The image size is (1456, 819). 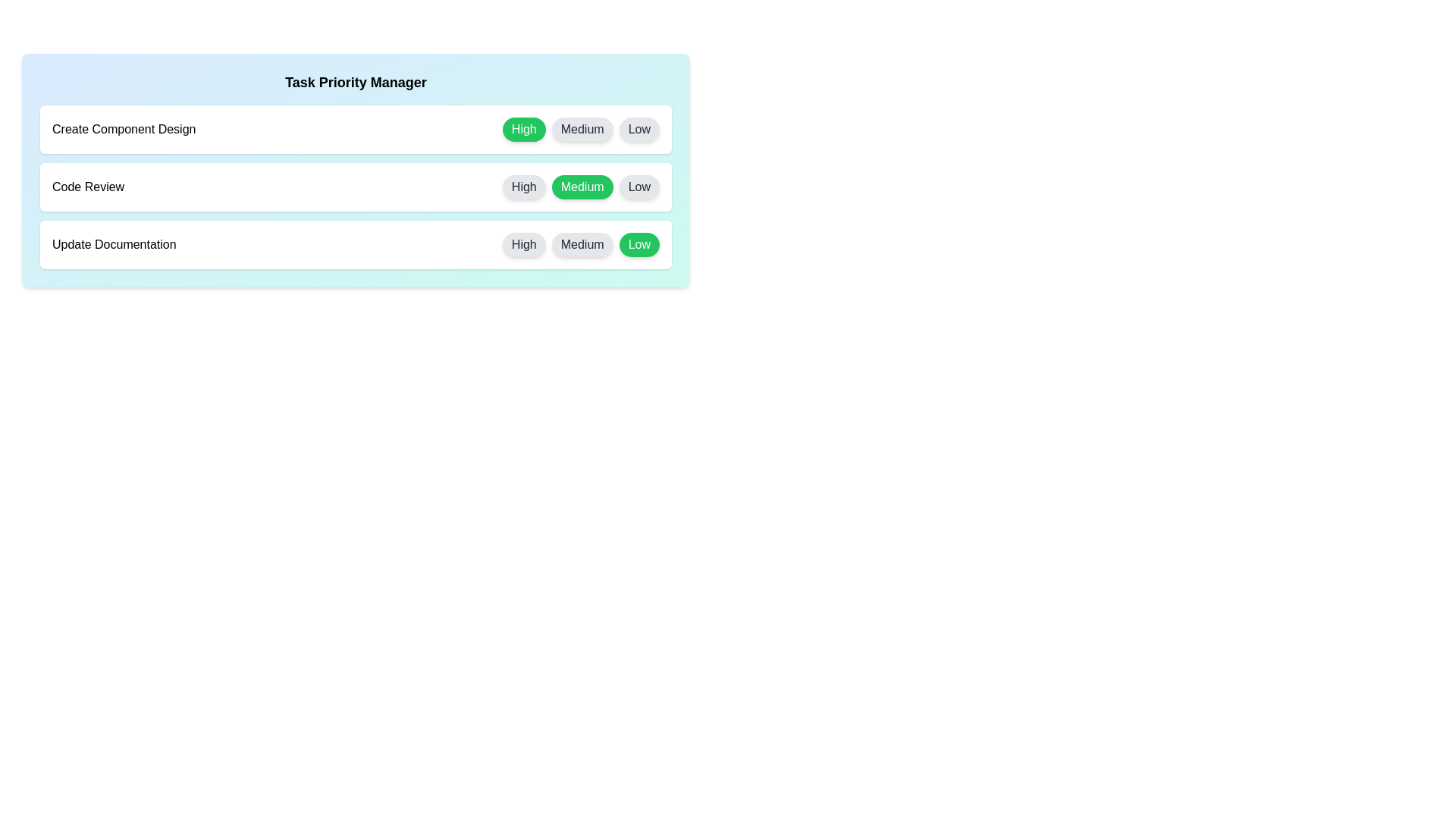 I want to click on the priority button labeled High for the task Update Documentation, so click(x=524, y=244).